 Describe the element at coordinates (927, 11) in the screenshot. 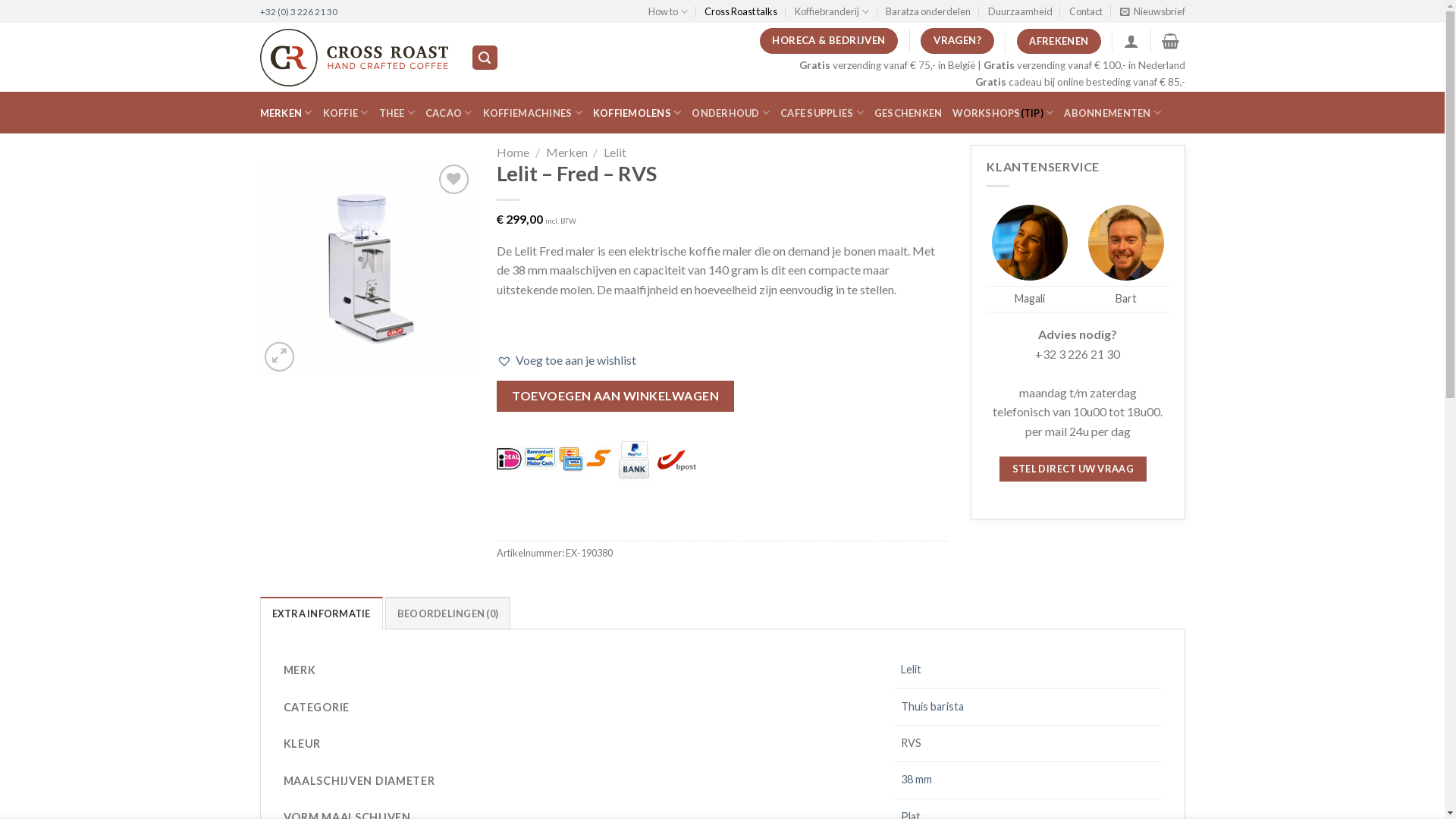

I see `'Baratza onderdelen'` at that location.